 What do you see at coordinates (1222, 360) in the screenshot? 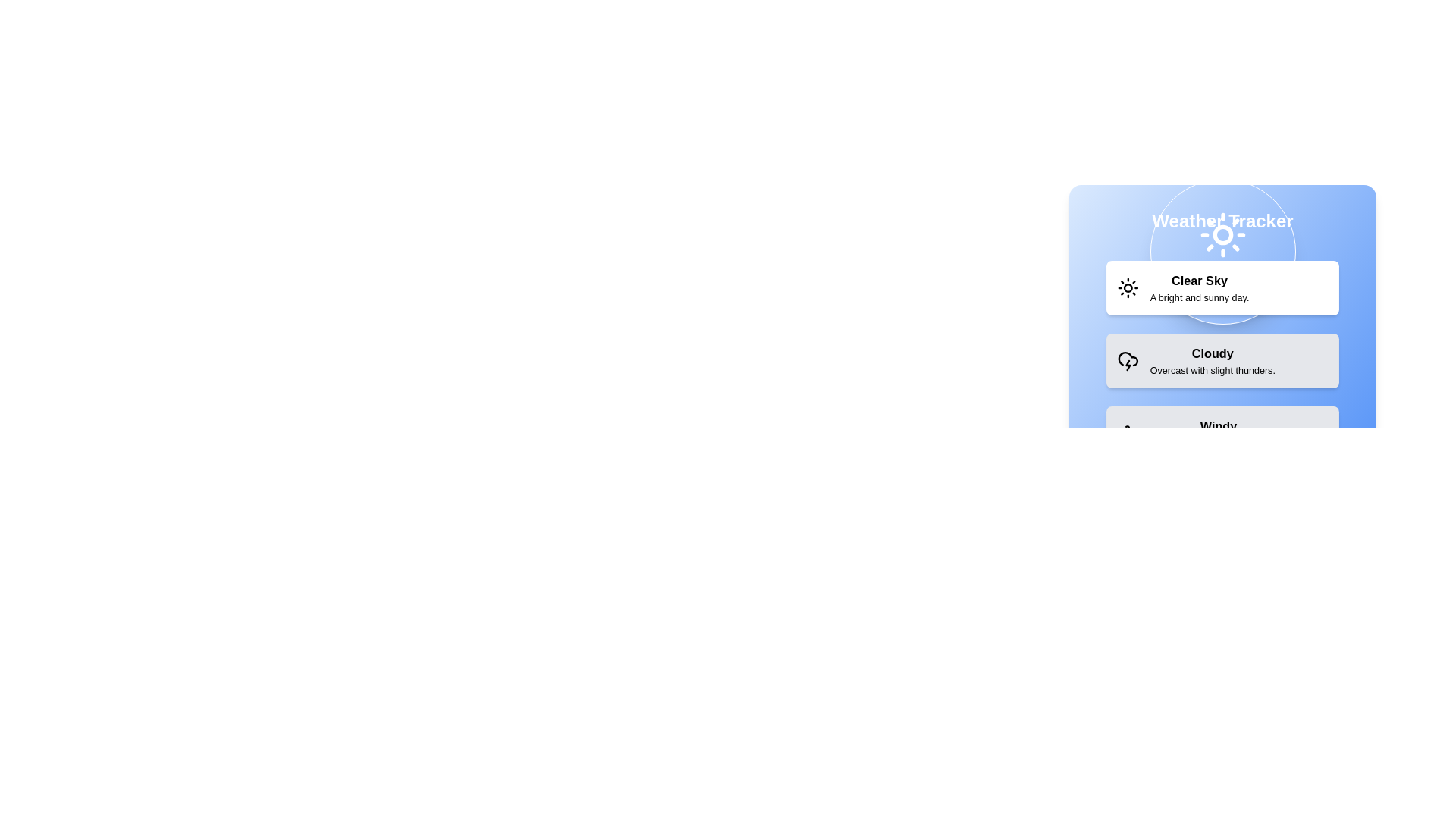
I see `the second weather panel, which has a light gray background, rounded corners, and displays 'Cloudy' with an icon of a cloud and lightning` at bounding box center [1222, 360].